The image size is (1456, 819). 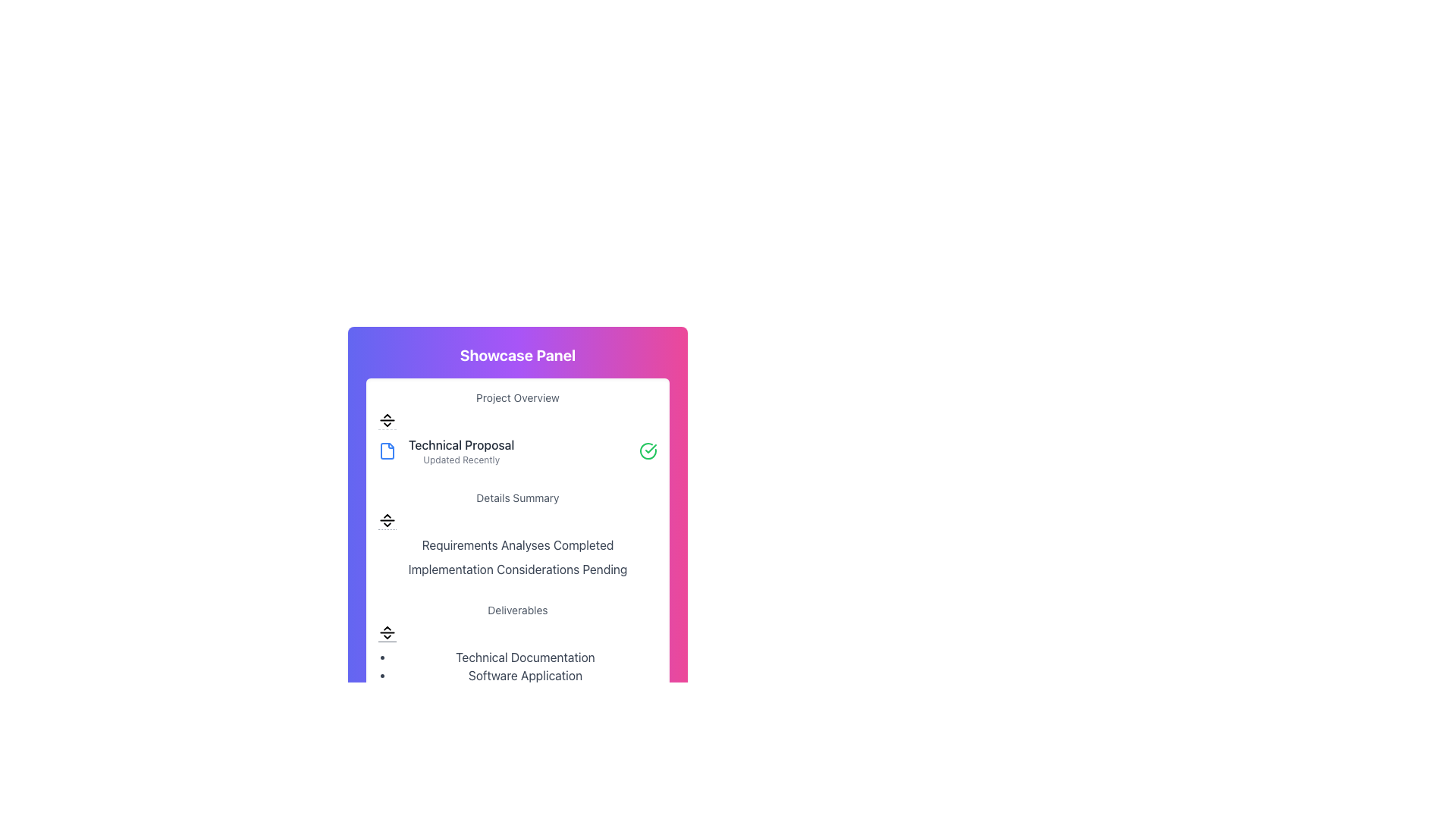 What do you see at coordinates (651, 447) in the screenshot?
I see `the status icon indicating the completion or confirmation status of the 'Technical Proposal' section, located near the text 'Technical Proposal Updated Recently'` at bounding box center [651, 447].